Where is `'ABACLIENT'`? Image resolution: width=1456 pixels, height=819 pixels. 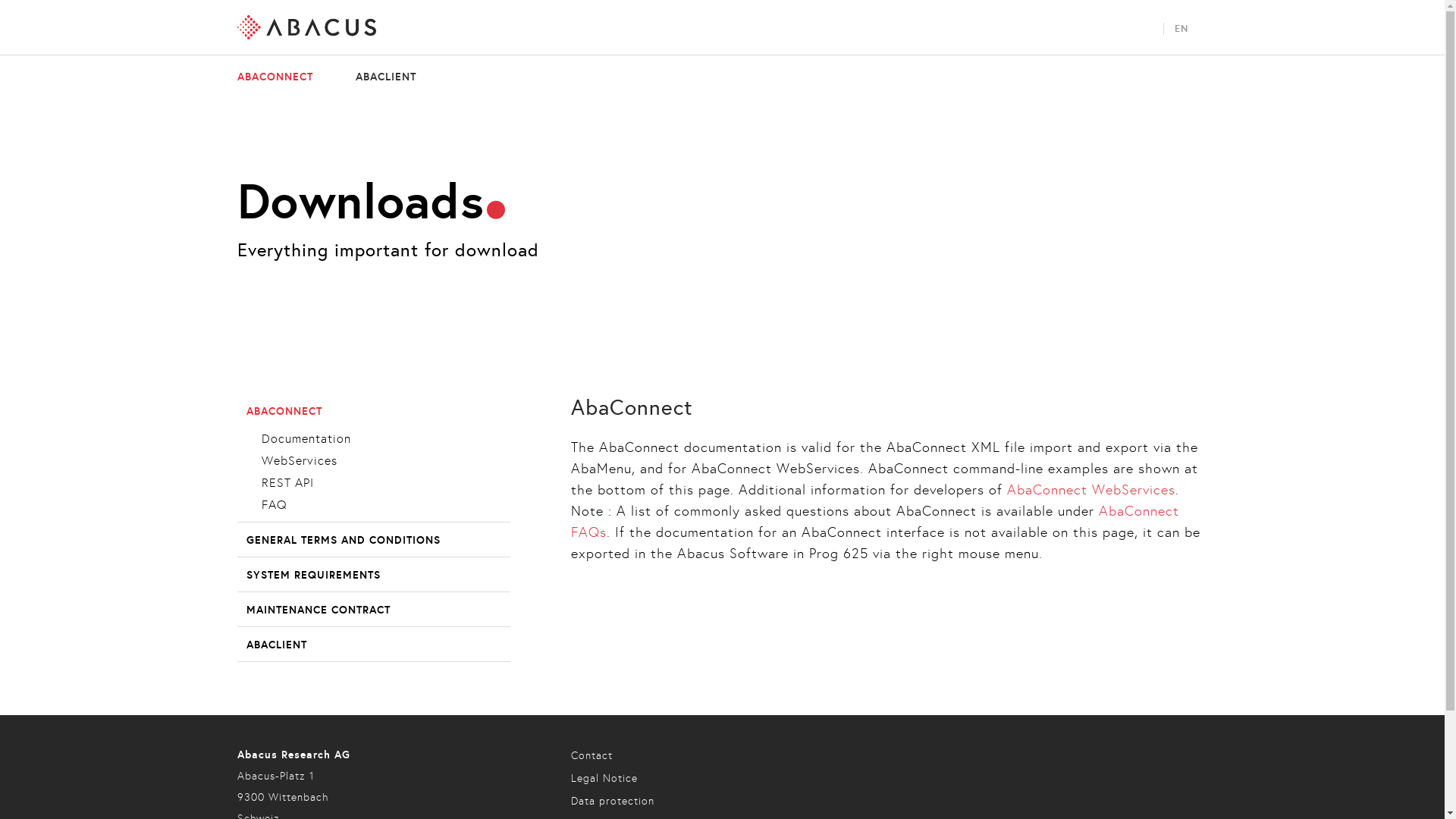 'ABACLIENT' is located at coordinates (376, 76).